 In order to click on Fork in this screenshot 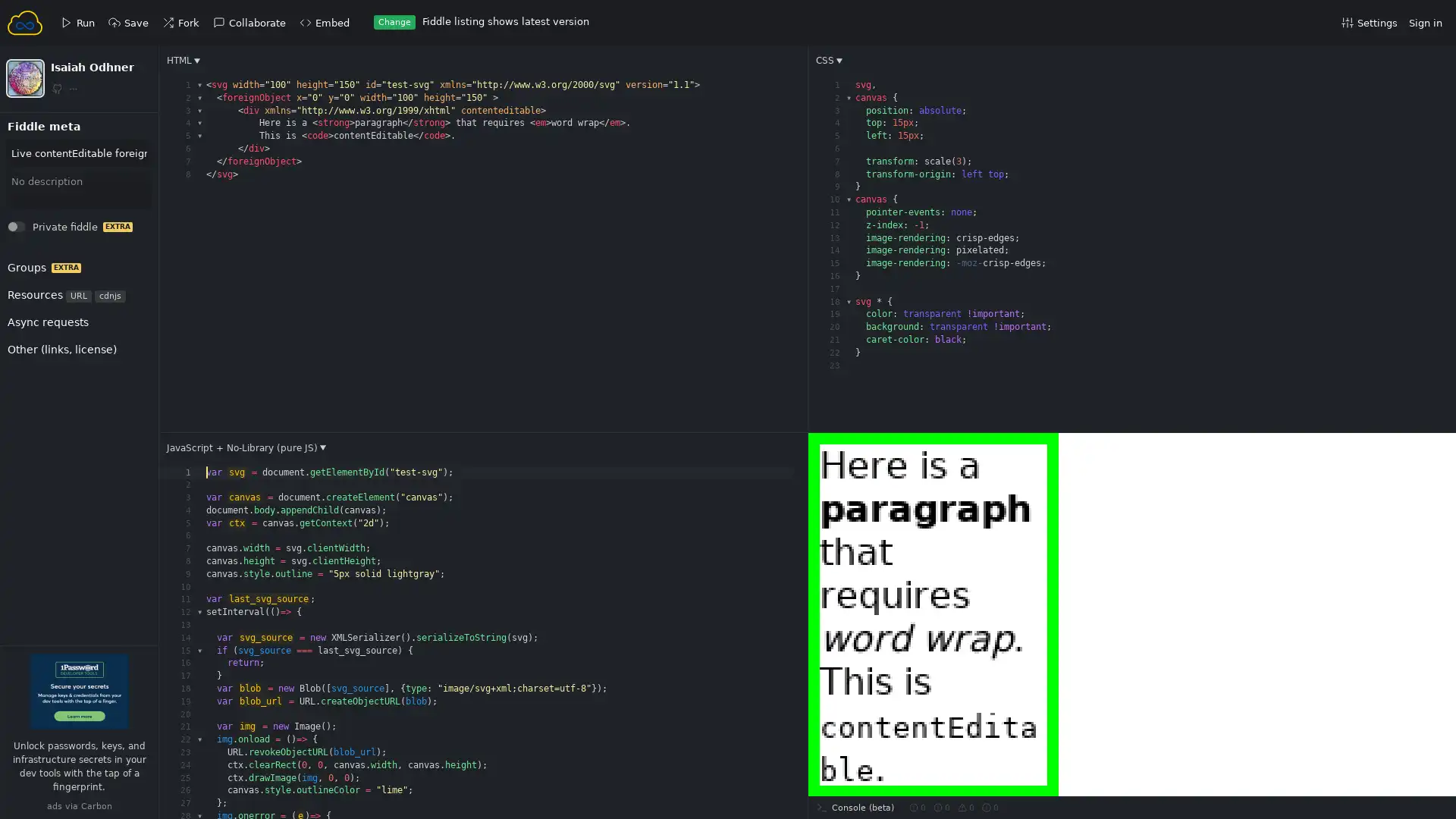, I will do `click(31, 163)`.